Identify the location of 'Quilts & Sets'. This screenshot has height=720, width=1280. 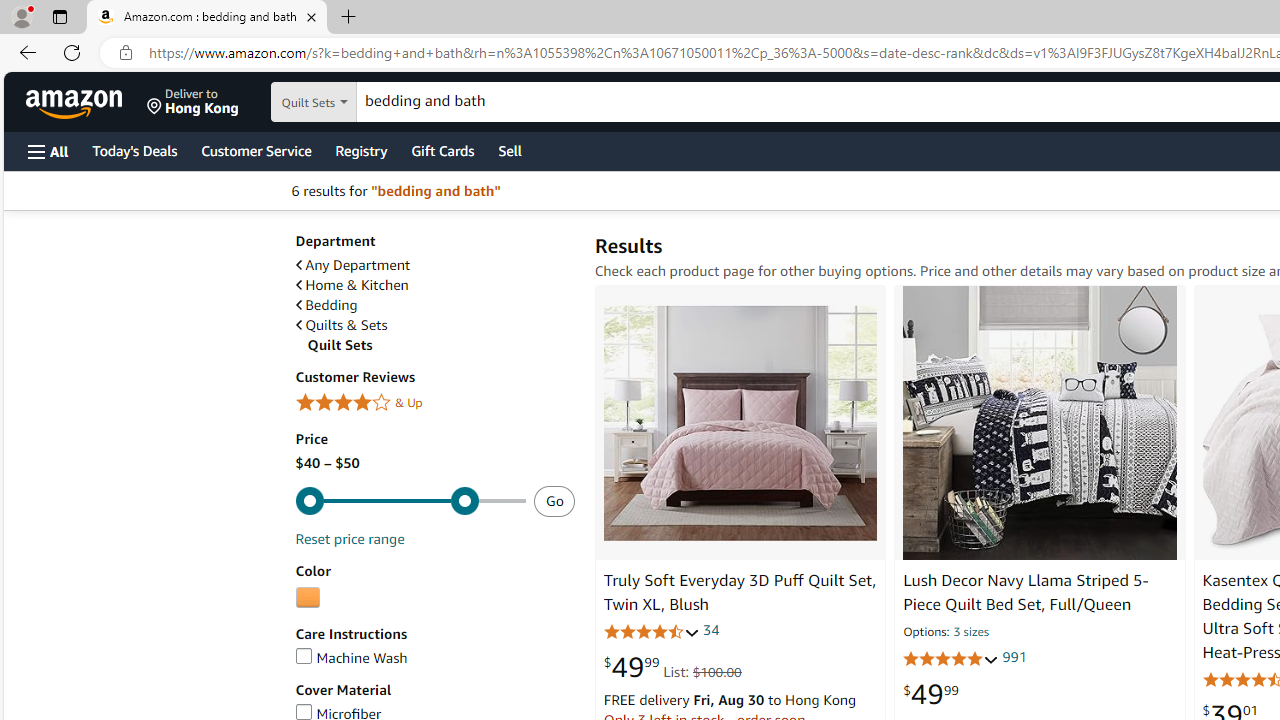
(341, 324).